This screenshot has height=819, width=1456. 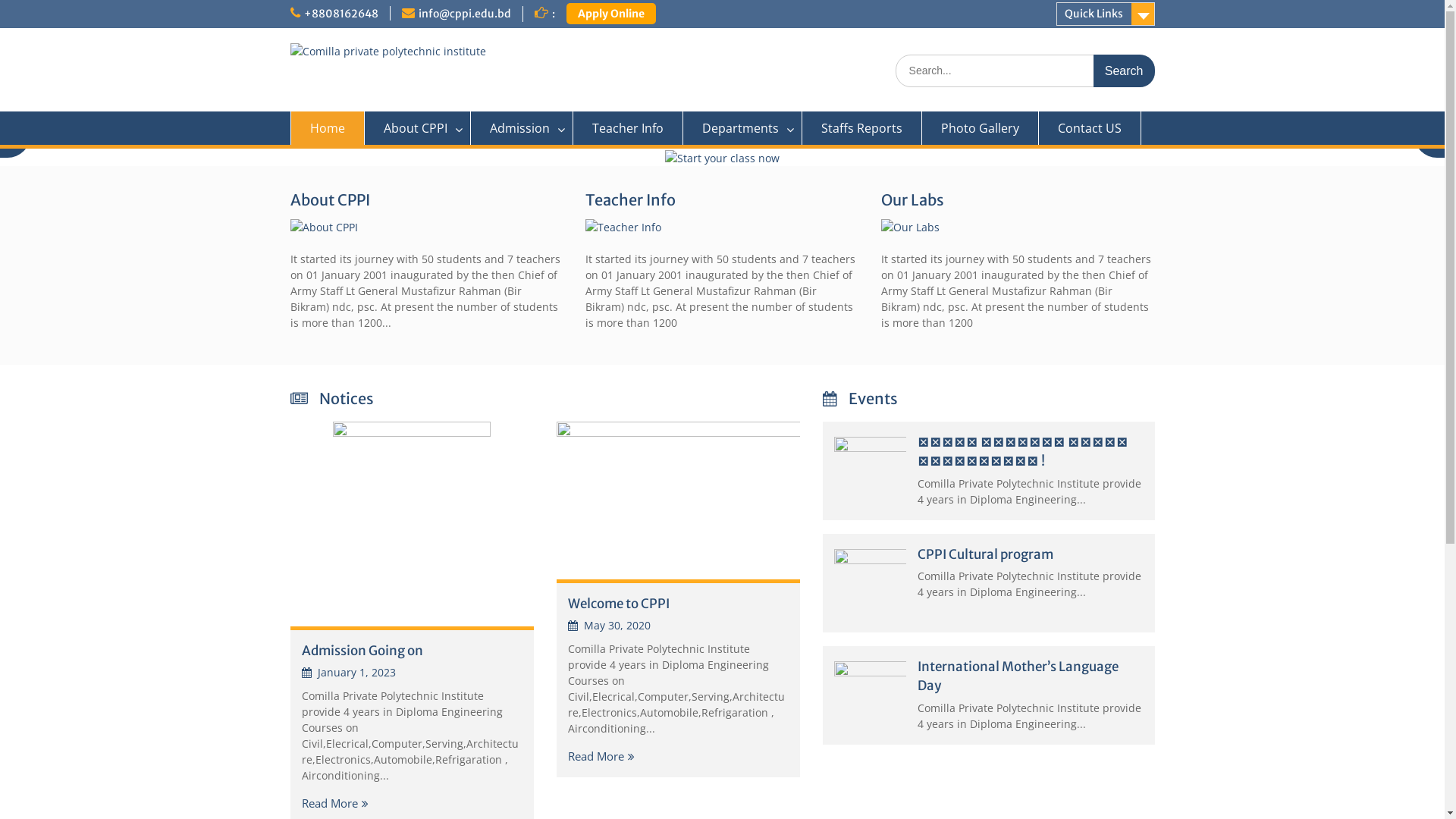 I want to click on 'Read More', so click(x=600, y=755).